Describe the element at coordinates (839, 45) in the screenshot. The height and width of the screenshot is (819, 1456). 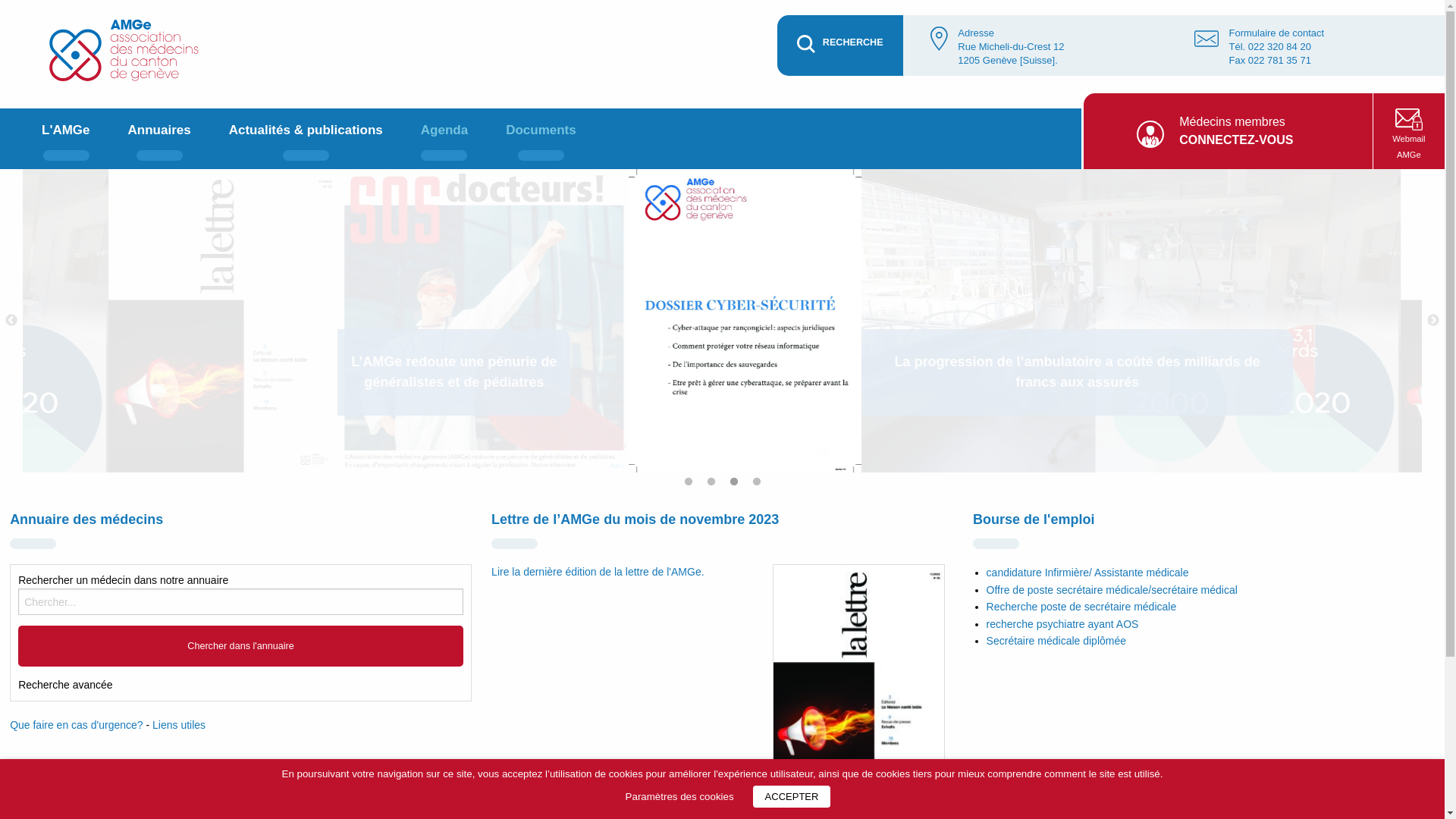
I see `'RECHERCHE'` at that location.